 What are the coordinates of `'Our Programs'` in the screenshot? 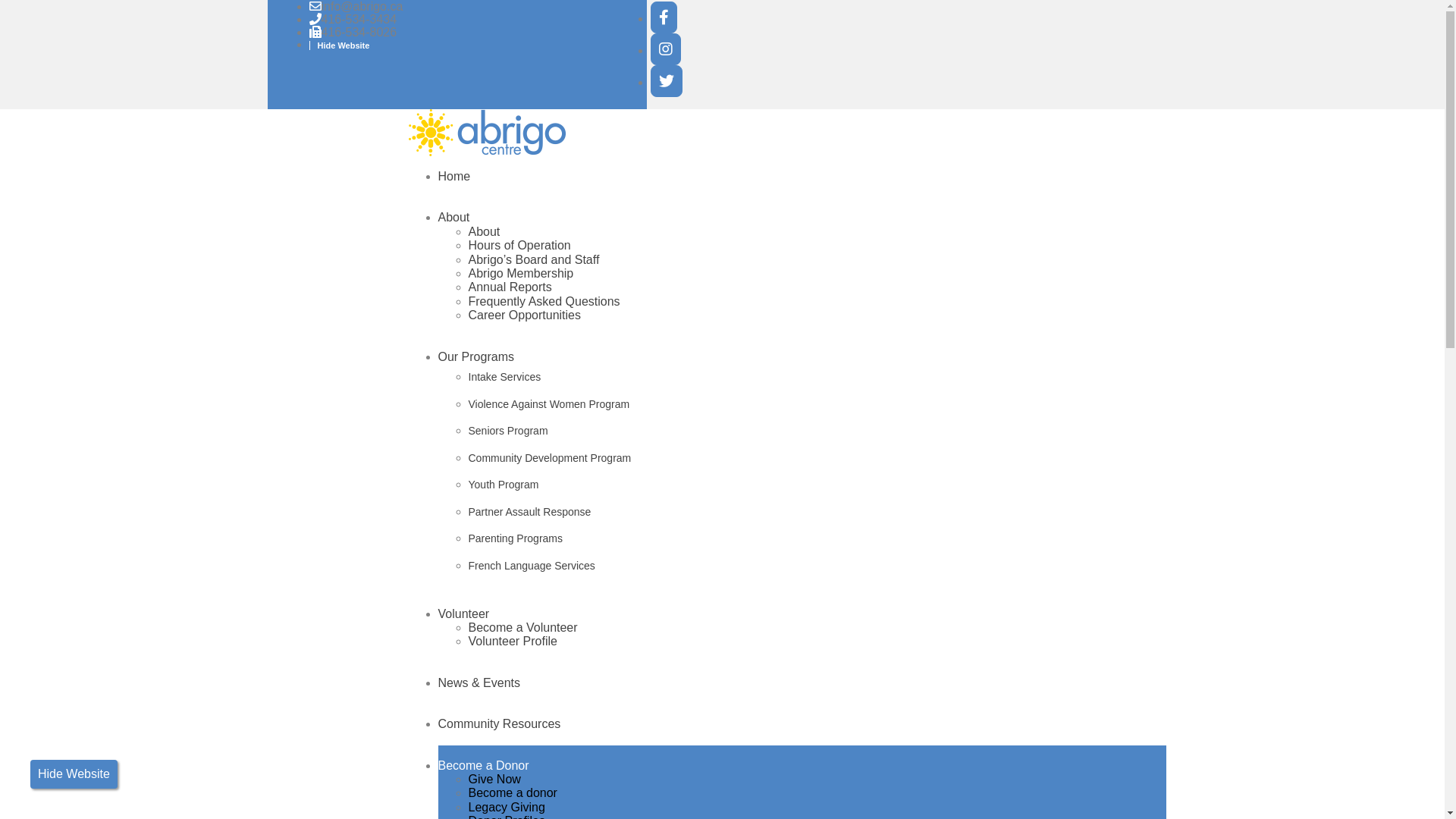 It's located at (475, 356).